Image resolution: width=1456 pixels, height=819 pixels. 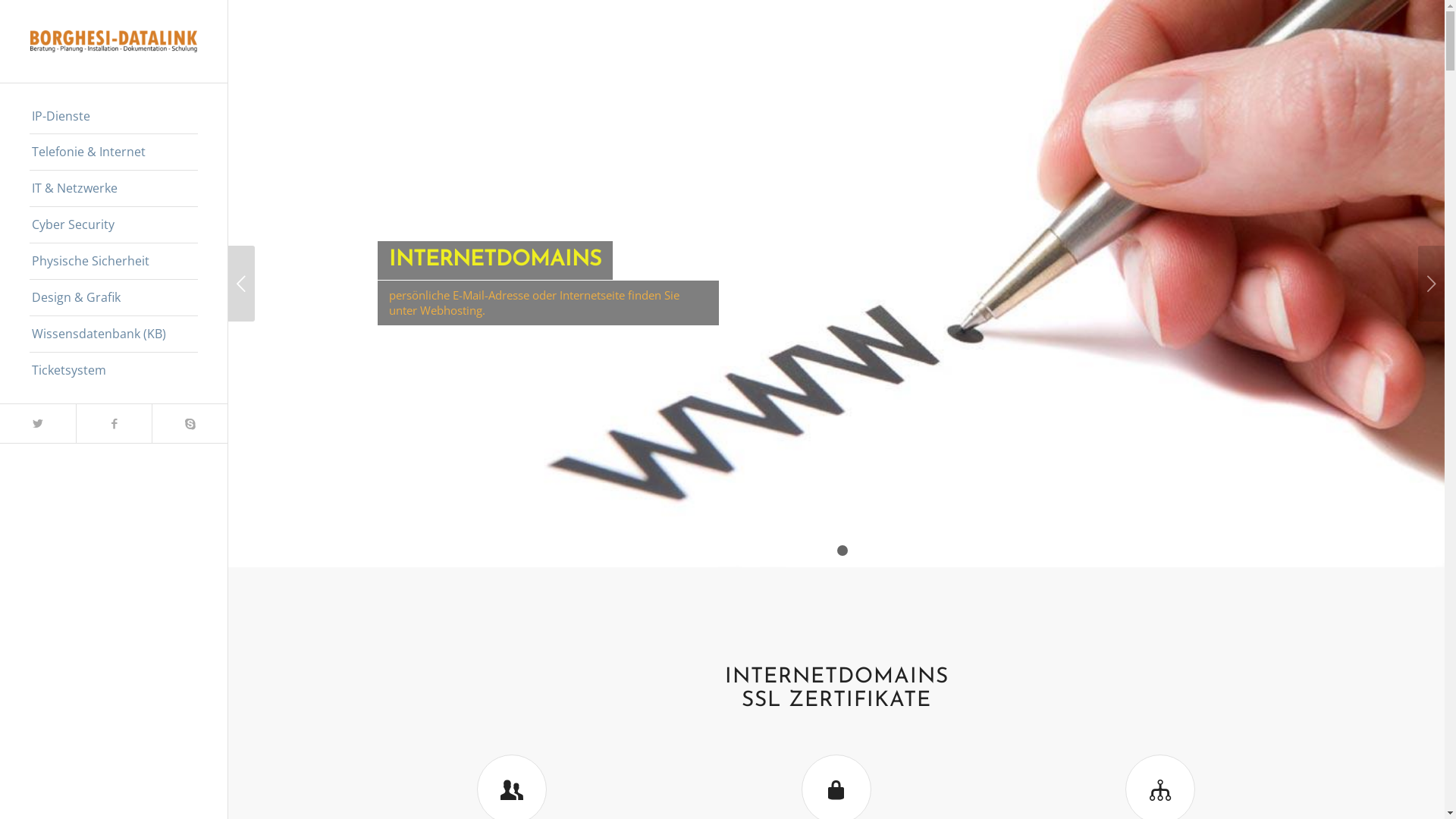 I want to click on 'Physische Sicherheit', so click(x=112, y=260).